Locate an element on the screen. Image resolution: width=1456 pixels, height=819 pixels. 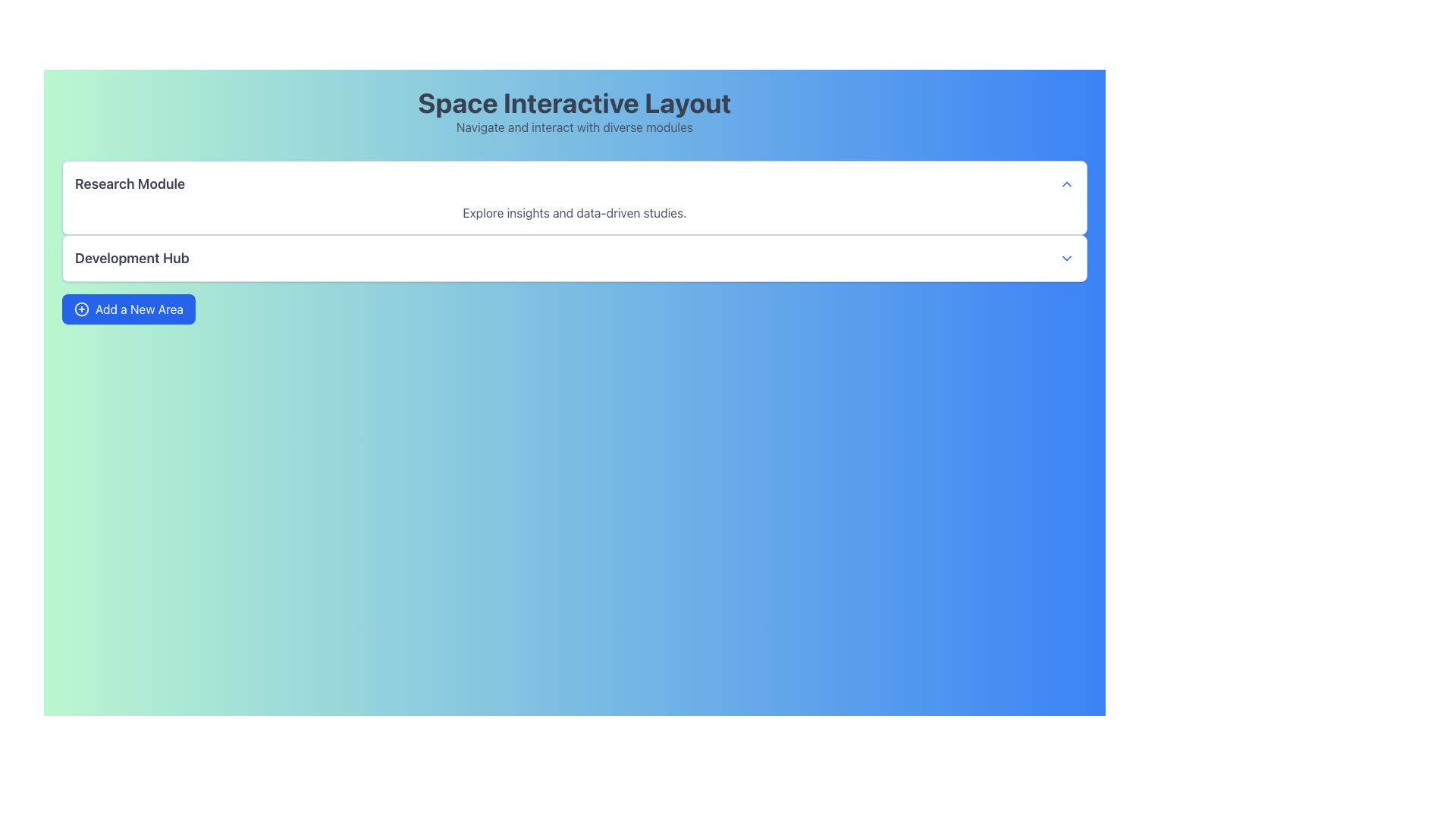
the downward-facing chevron icon button located on the far-right side of the 'Development Hub' header is located at coordinates (1065, 257).